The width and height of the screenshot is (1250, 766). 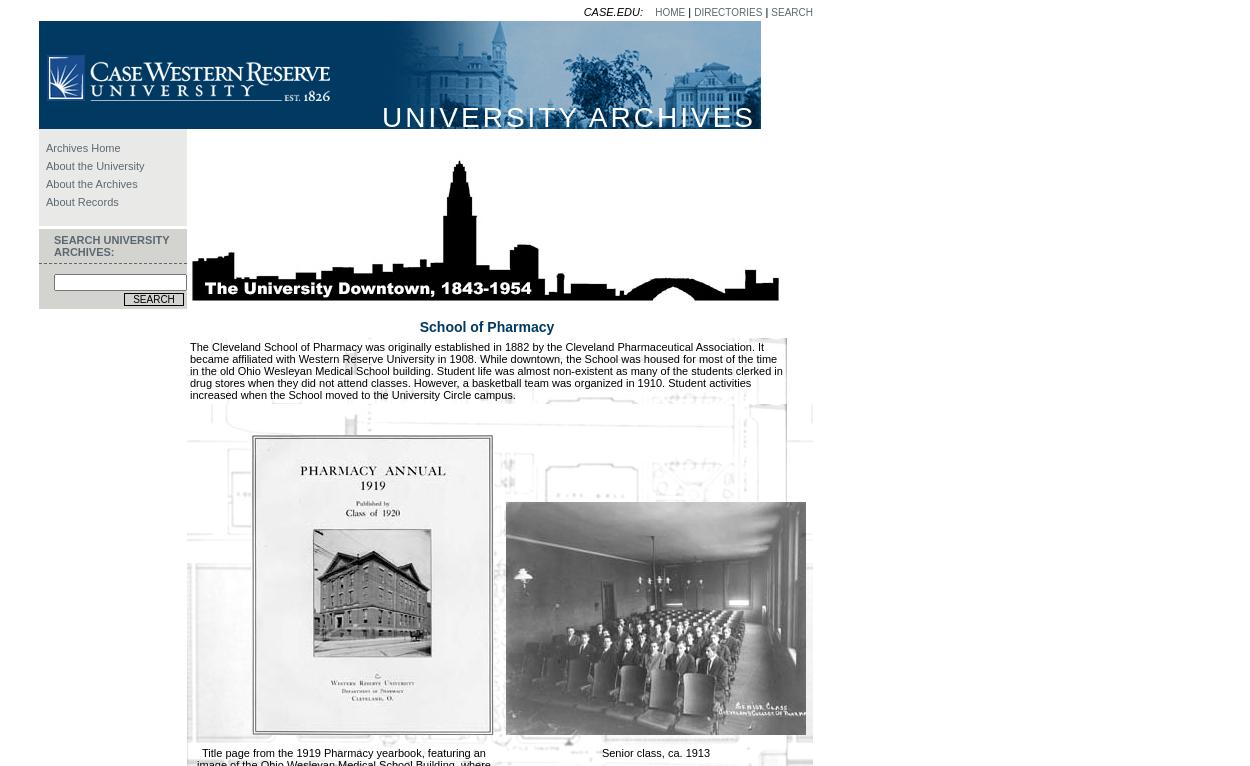 I want to click on 'School of Pharmacy', so click(x=485, y=326).